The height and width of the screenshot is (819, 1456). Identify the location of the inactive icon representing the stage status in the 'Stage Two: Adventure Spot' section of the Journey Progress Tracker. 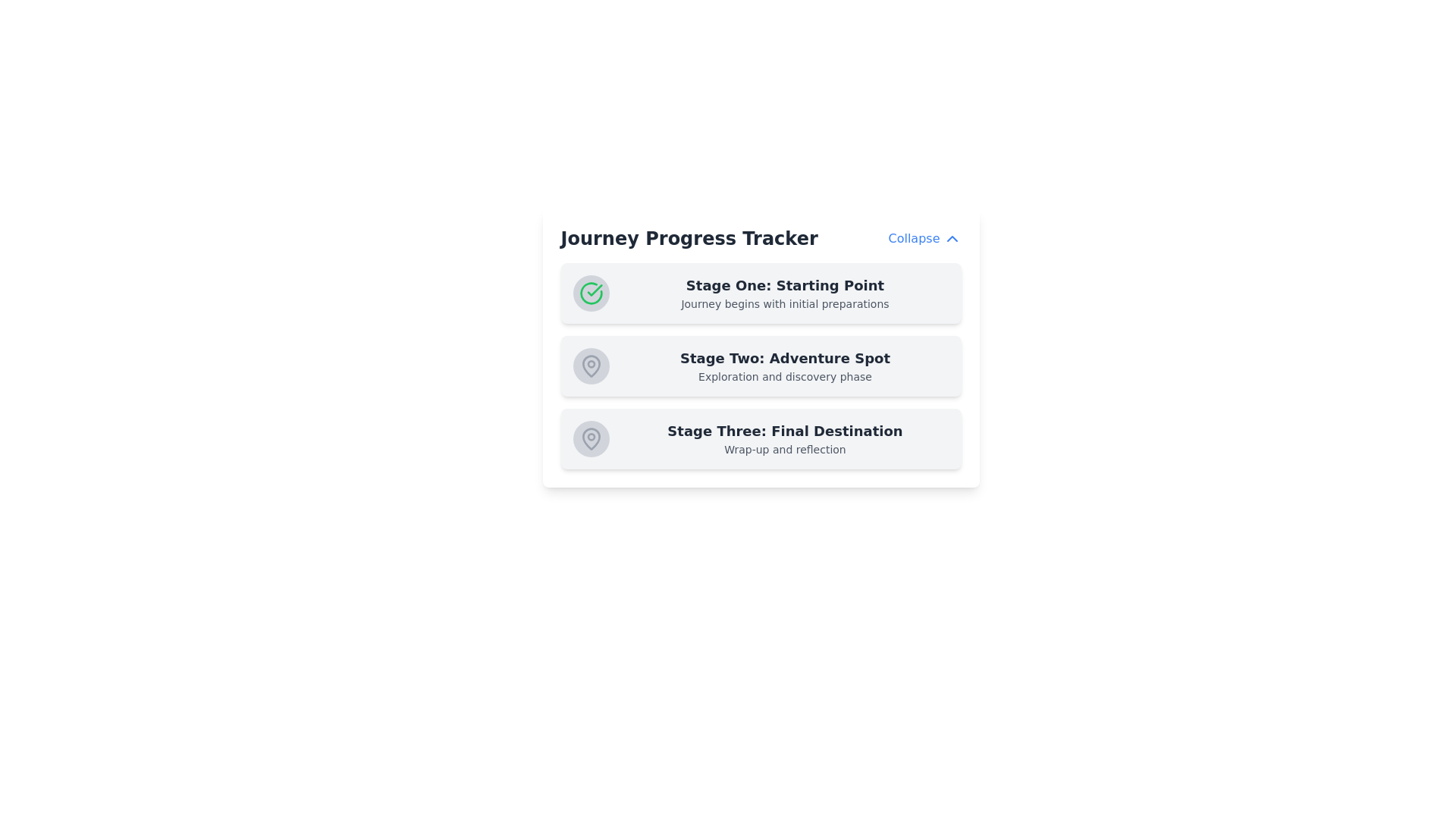
(590, 366).